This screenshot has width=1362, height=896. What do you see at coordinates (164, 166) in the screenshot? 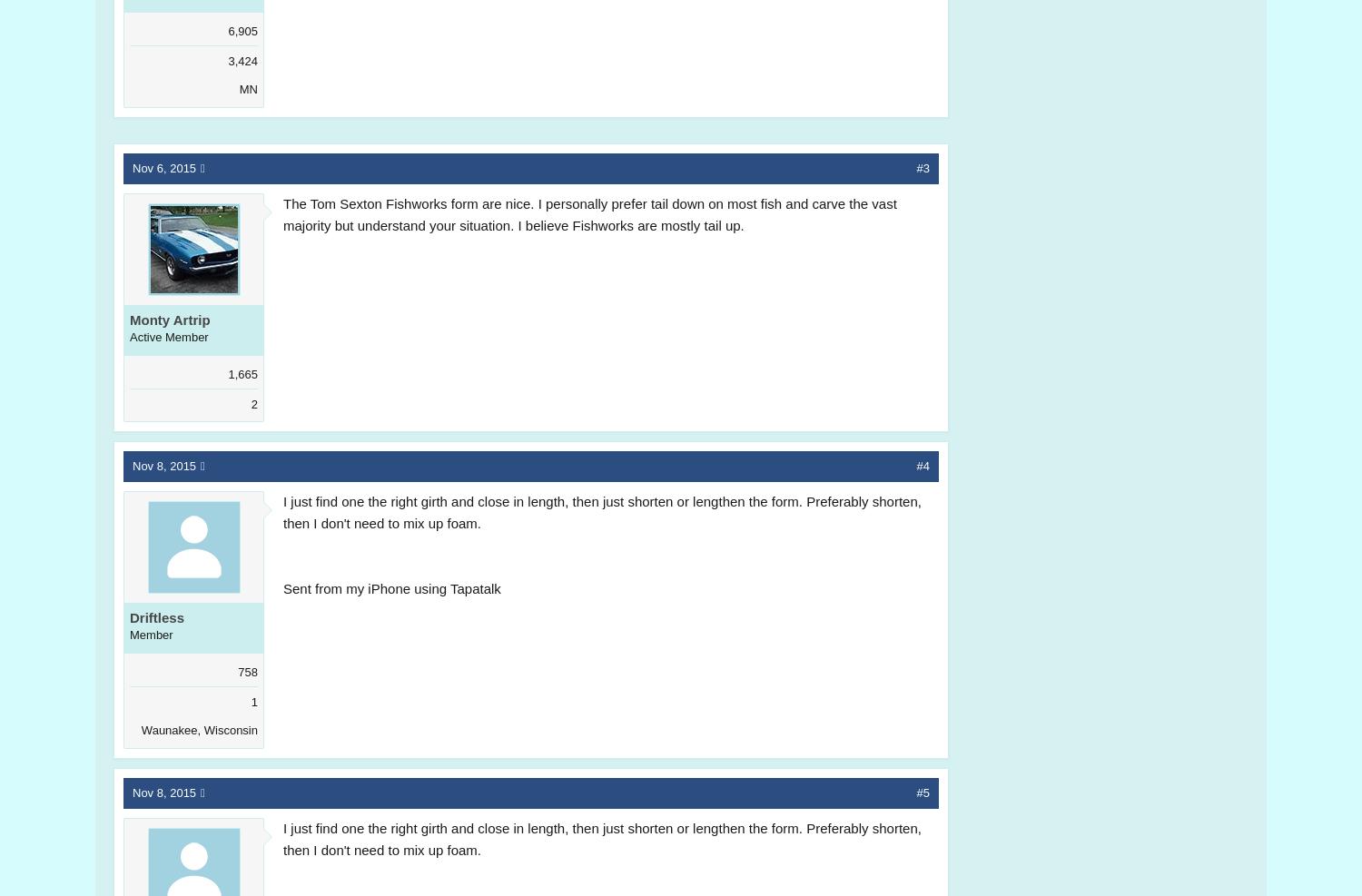
I see `'Nov 6, 2015'` at bounding box center [164, 166].